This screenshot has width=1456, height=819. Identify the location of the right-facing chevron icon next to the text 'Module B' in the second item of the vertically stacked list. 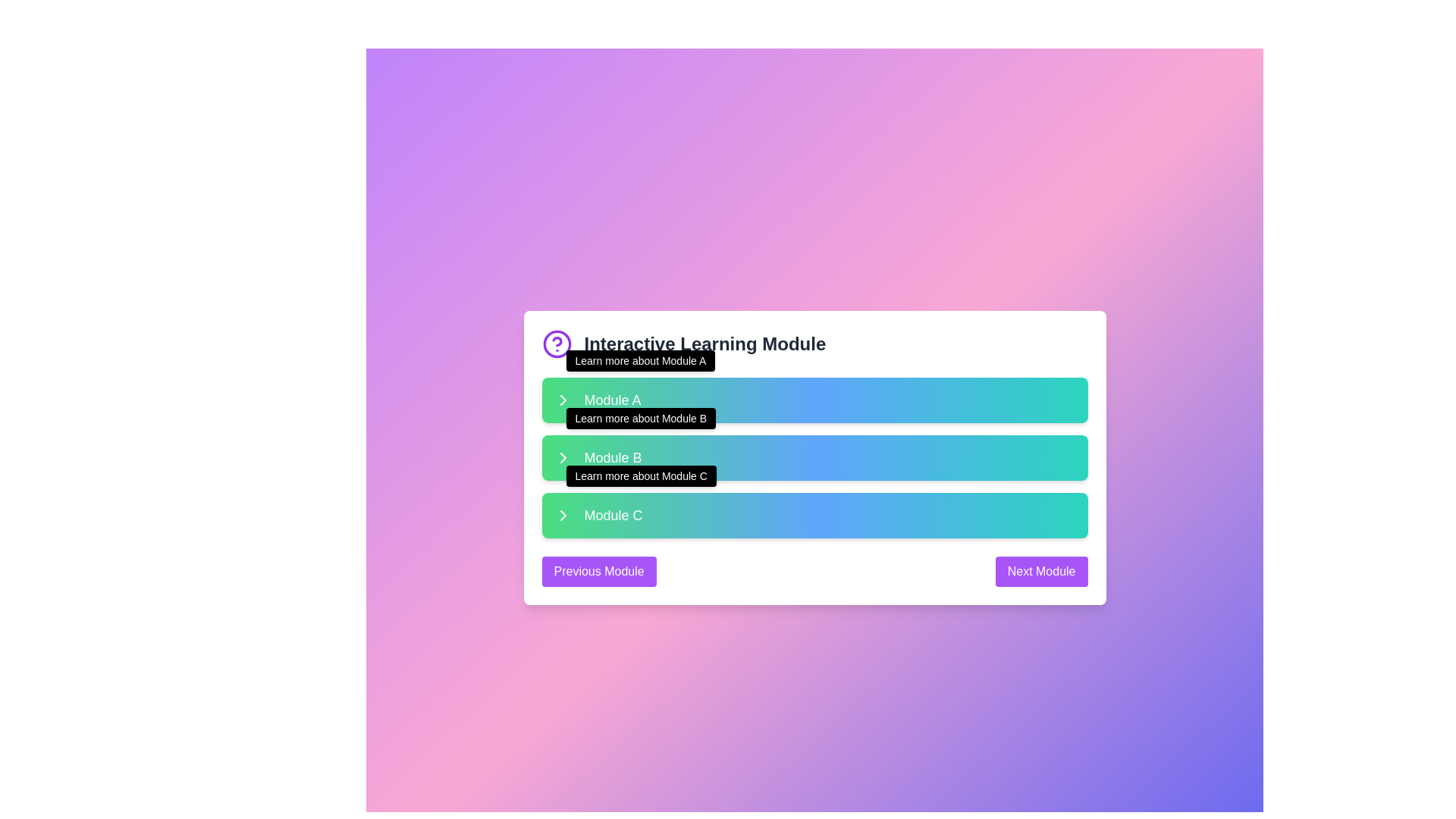
(562, 457).